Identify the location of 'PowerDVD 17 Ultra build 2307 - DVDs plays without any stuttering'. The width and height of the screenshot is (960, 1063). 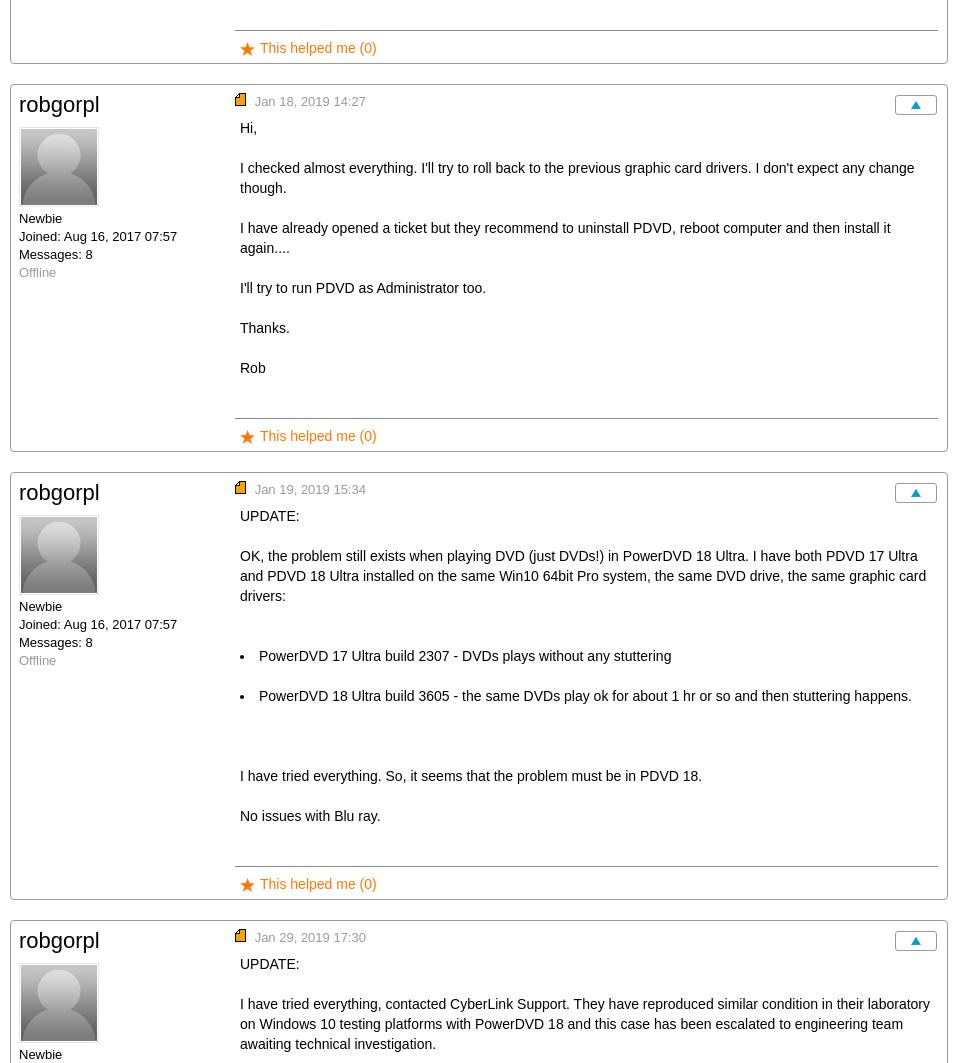
(465, 654).